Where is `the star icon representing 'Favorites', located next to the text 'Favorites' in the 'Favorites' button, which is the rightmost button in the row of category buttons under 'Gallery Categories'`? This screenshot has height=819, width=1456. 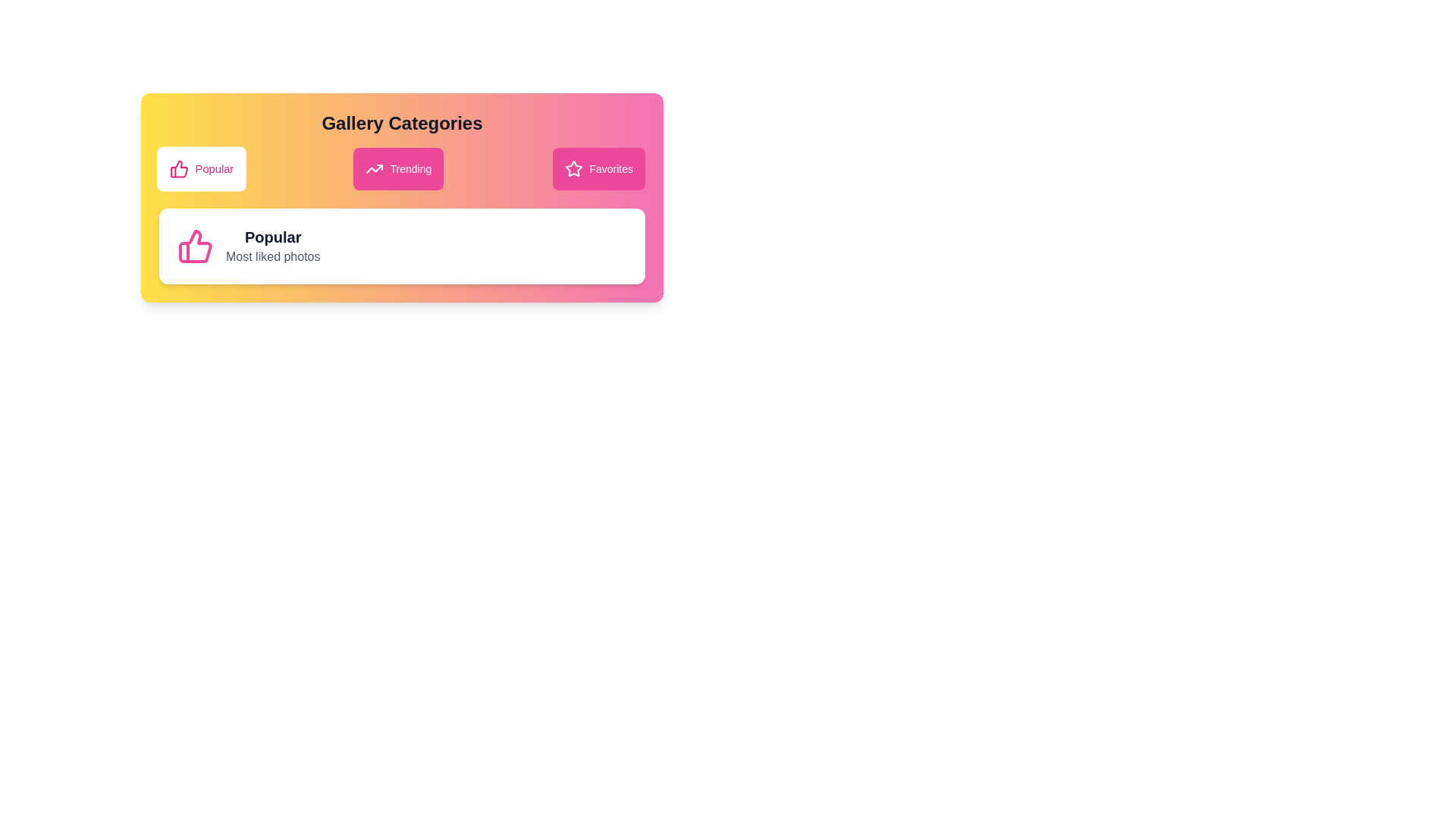 the star icon representing 'Favorites', located next to the text 'Favorites' in the 'Favorites' button, which is the rightmost button in the row of category buttons under 'Gallery Categories' is located at coordinates (573, 169).